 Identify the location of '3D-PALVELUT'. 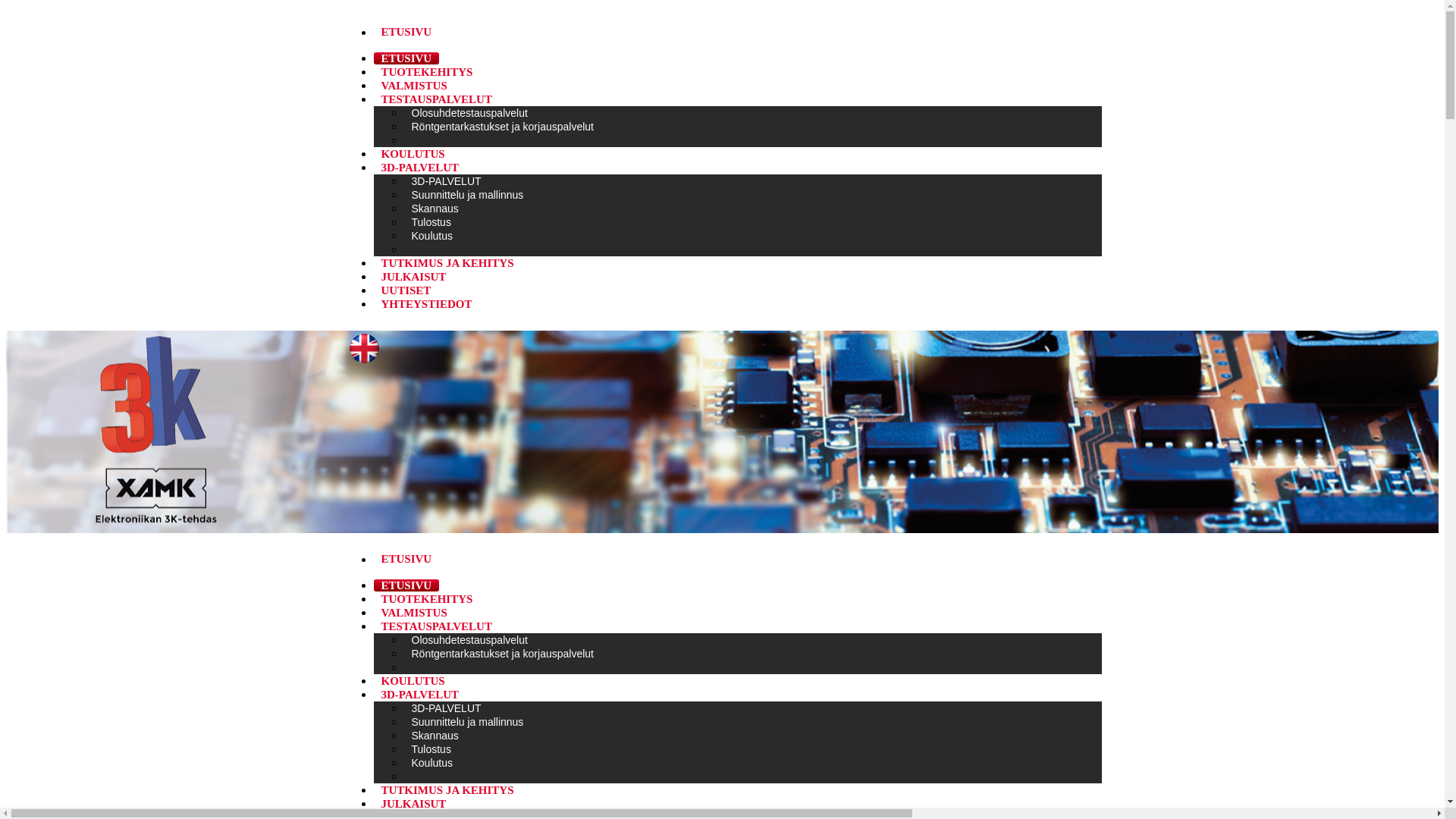
(445, 708).